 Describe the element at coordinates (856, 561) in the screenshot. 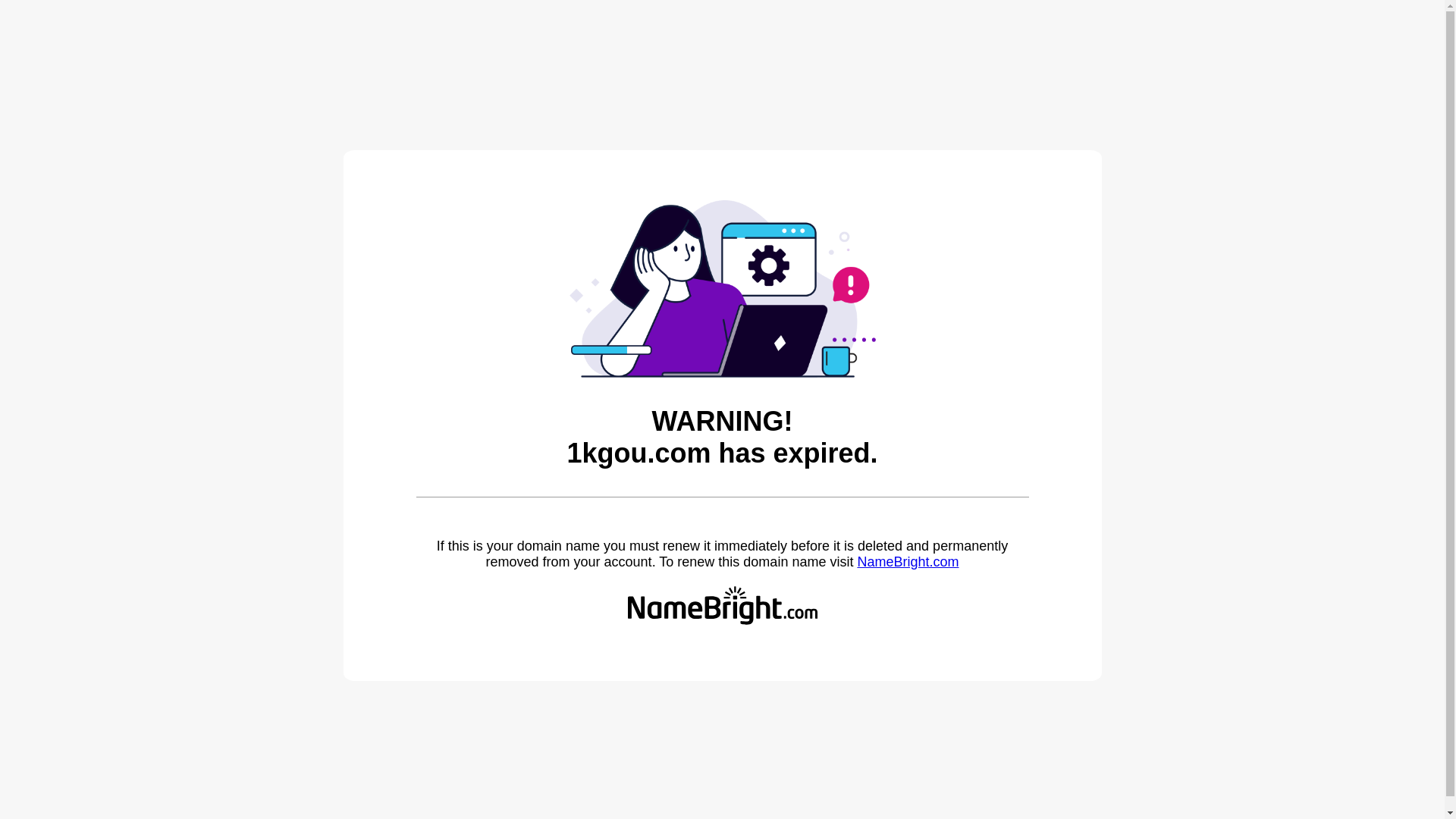

I see `'NameBright.com'` at that location.